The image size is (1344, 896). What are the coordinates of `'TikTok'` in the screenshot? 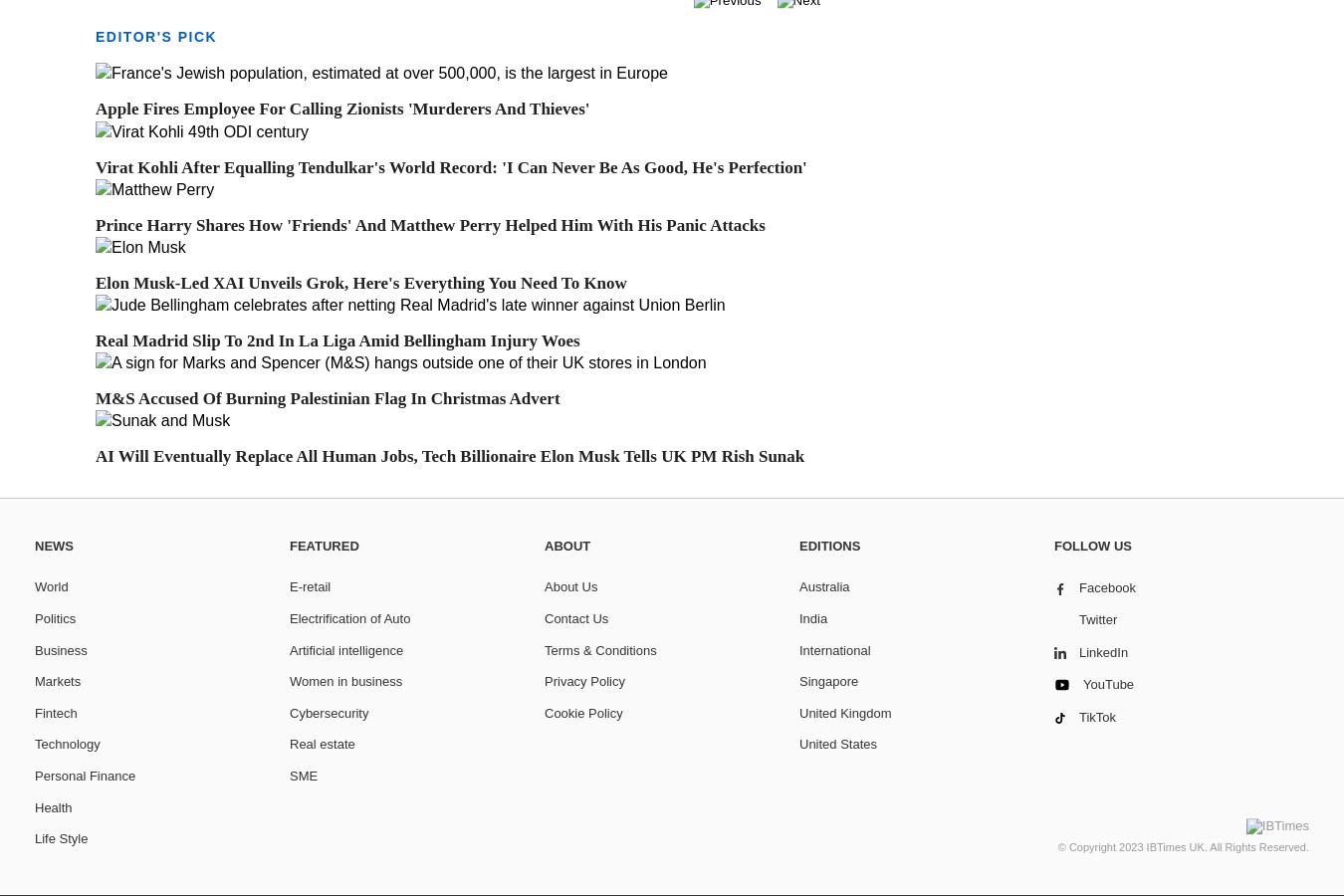 It's located at (1097, 716).